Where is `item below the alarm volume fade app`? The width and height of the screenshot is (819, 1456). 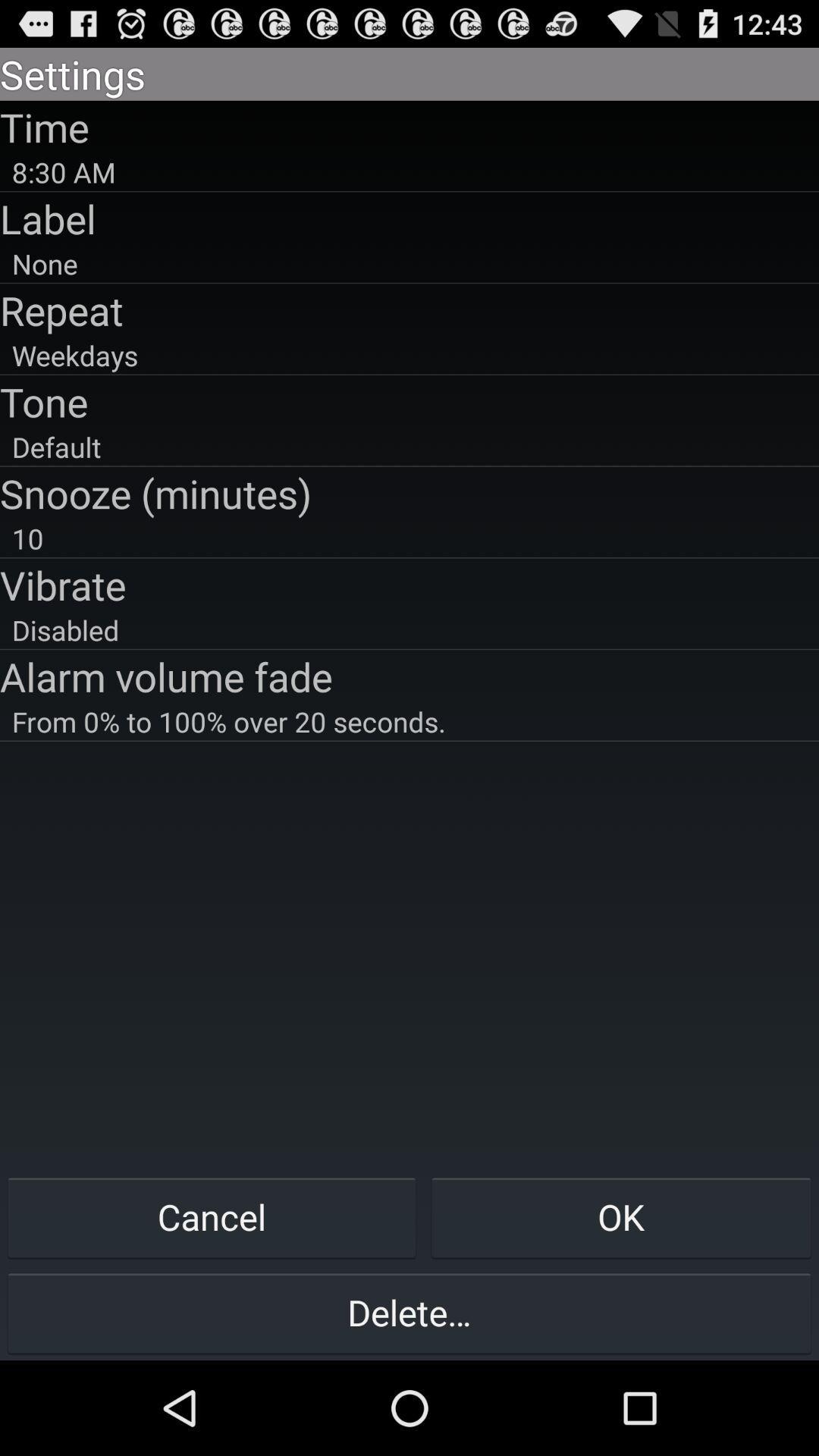
item below the alarm volume fade app is located at coordinates (409, 720).